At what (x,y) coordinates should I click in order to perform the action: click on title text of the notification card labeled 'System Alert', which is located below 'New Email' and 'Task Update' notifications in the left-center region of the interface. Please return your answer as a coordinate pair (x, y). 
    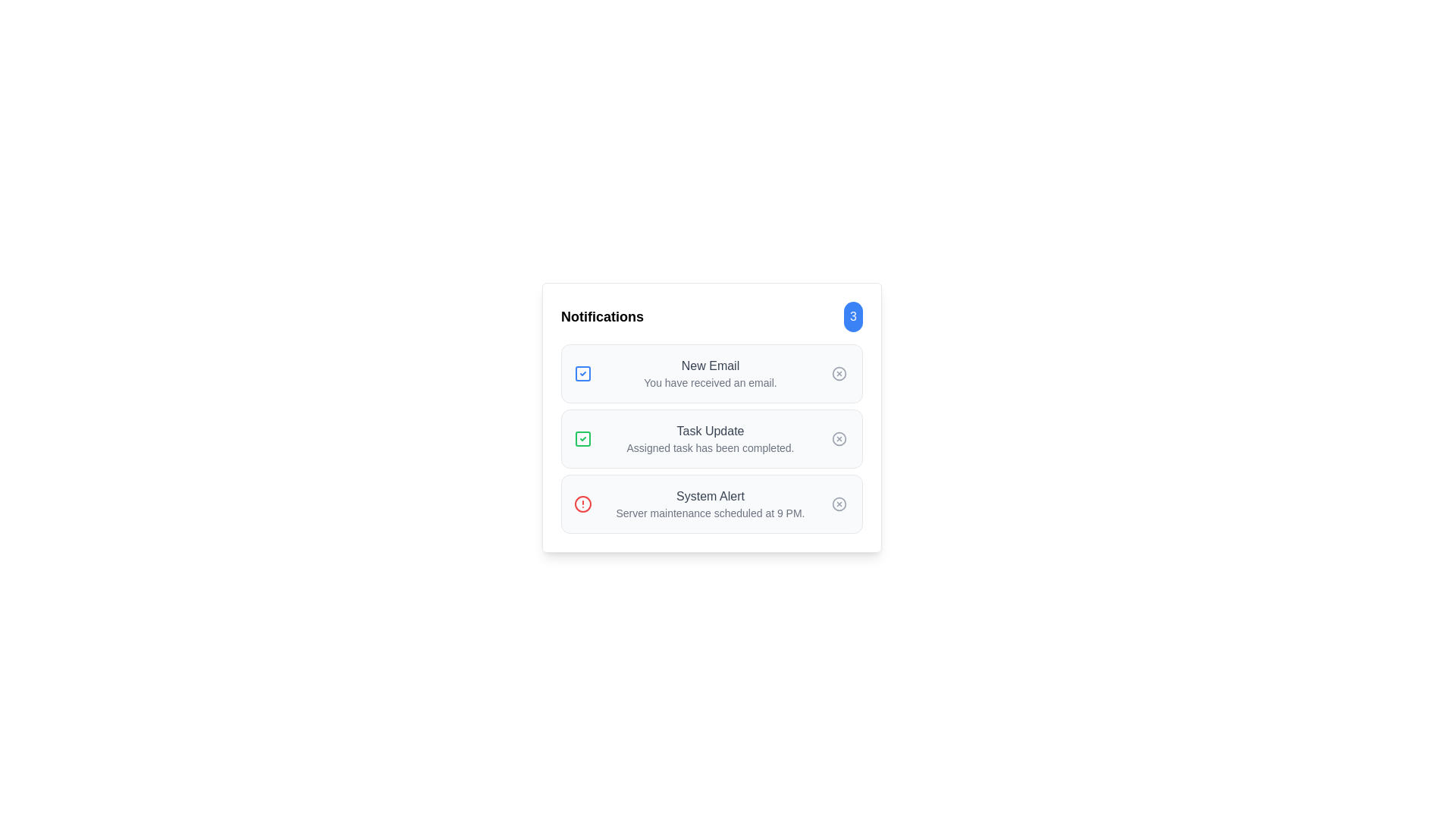
    Looking at the image, I should click on (709, 497).